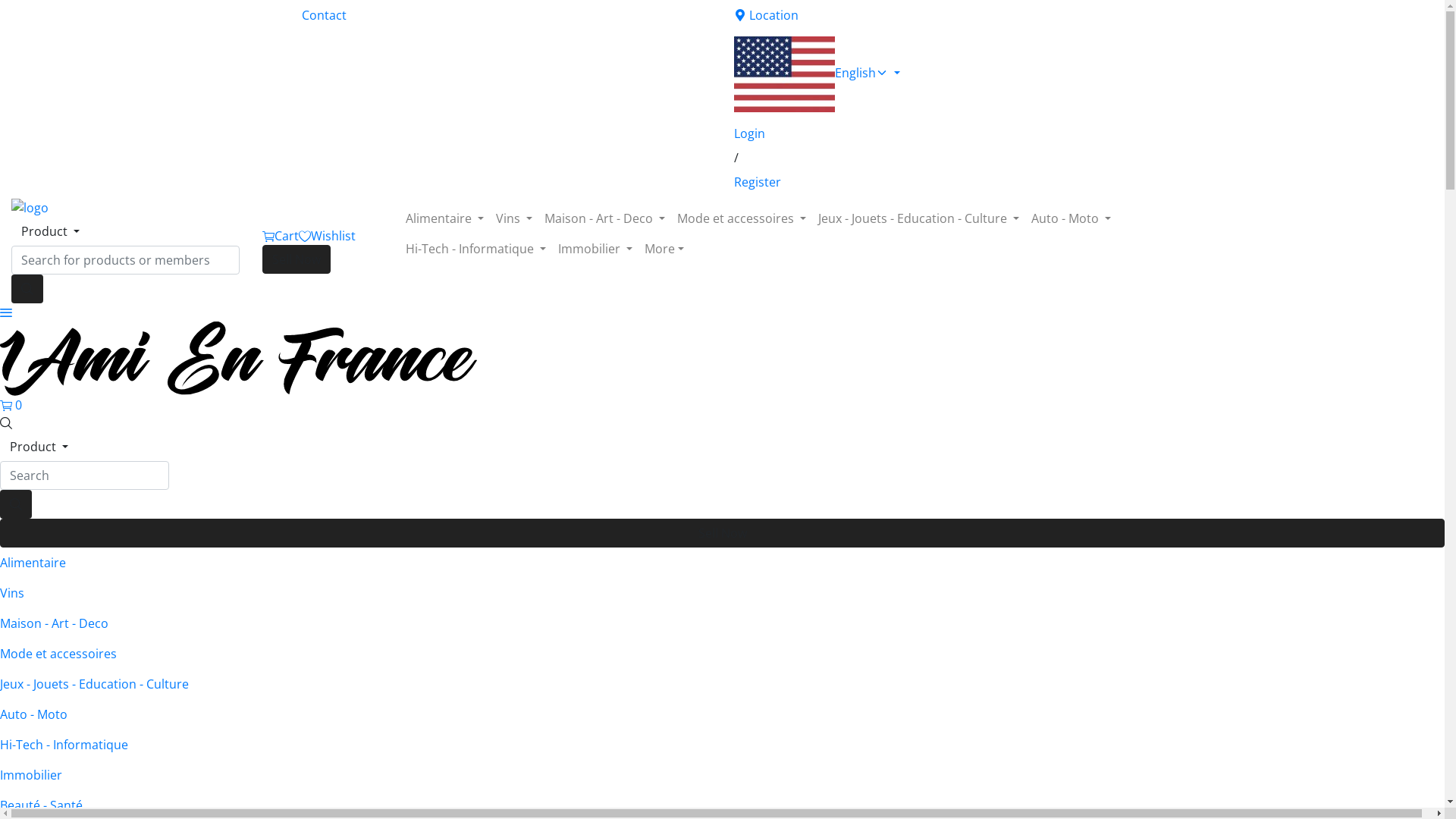 The width and height of the screenshot is (1456, 819). Describe the element at coordinates (664, 247) in the screenshot. I see `'More'` at that location.